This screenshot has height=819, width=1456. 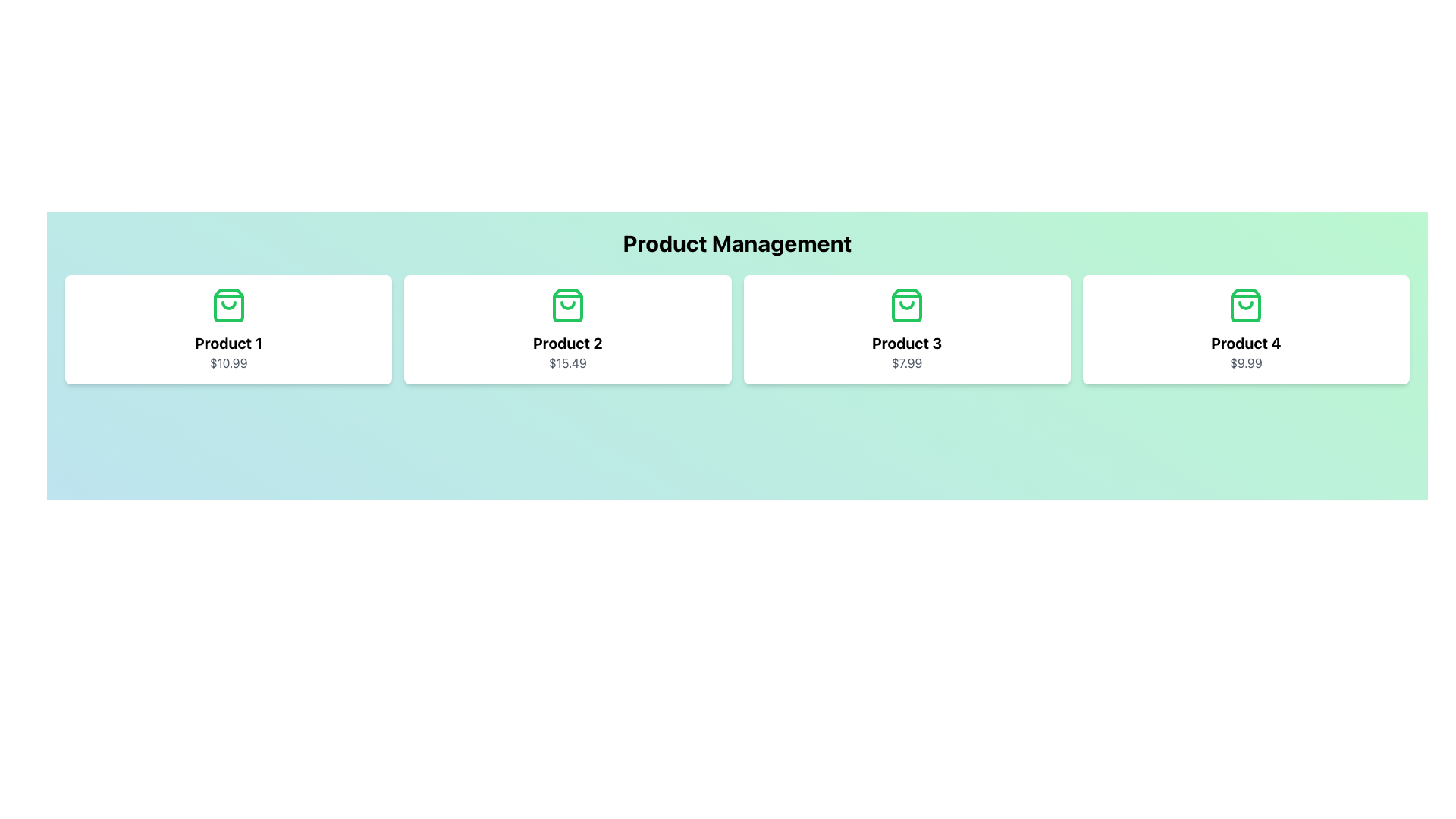 I want to click on the green shopping bag icon in the fourth card labeled 'Product 4' under the 'Product Management' header, so click(x=1246, y=305).